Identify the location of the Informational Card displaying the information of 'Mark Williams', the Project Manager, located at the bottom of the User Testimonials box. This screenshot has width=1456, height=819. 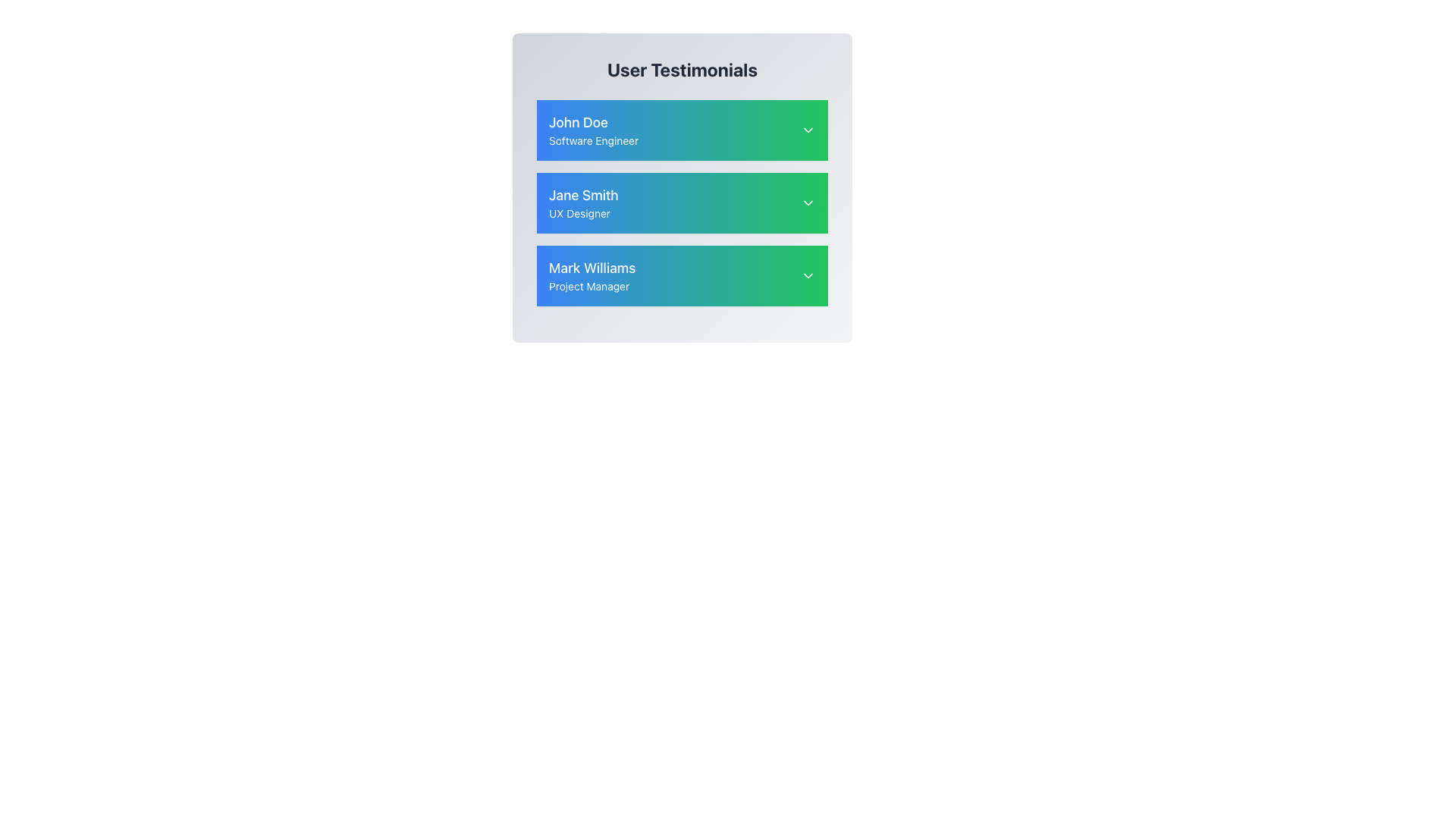
(682, 275).